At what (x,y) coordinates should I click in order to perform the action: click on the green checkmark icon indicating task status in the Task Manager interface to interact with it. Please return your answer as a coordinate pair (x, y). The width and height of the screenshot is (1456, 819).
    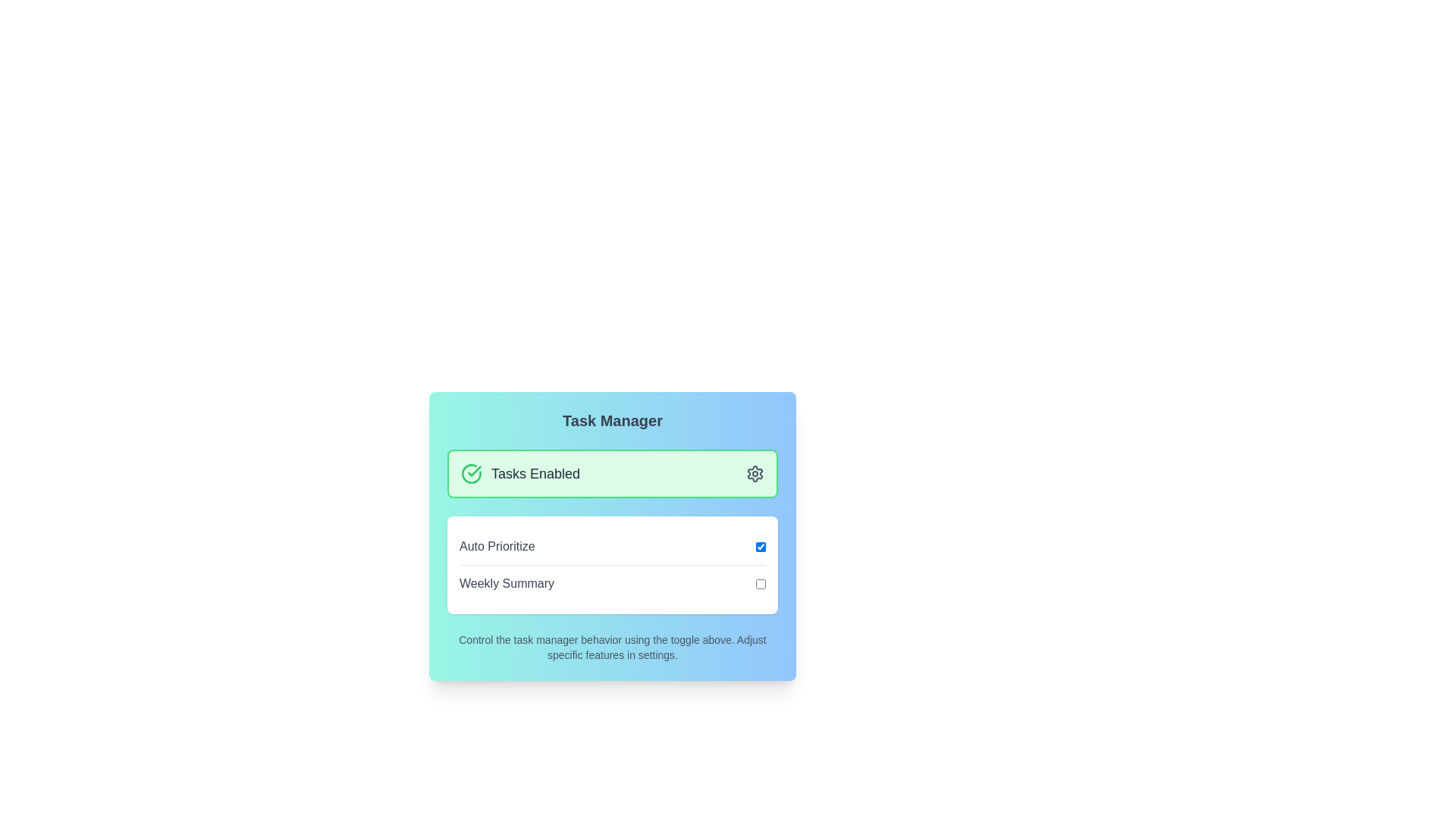
    Looking at the image, I should click on (471, 472).